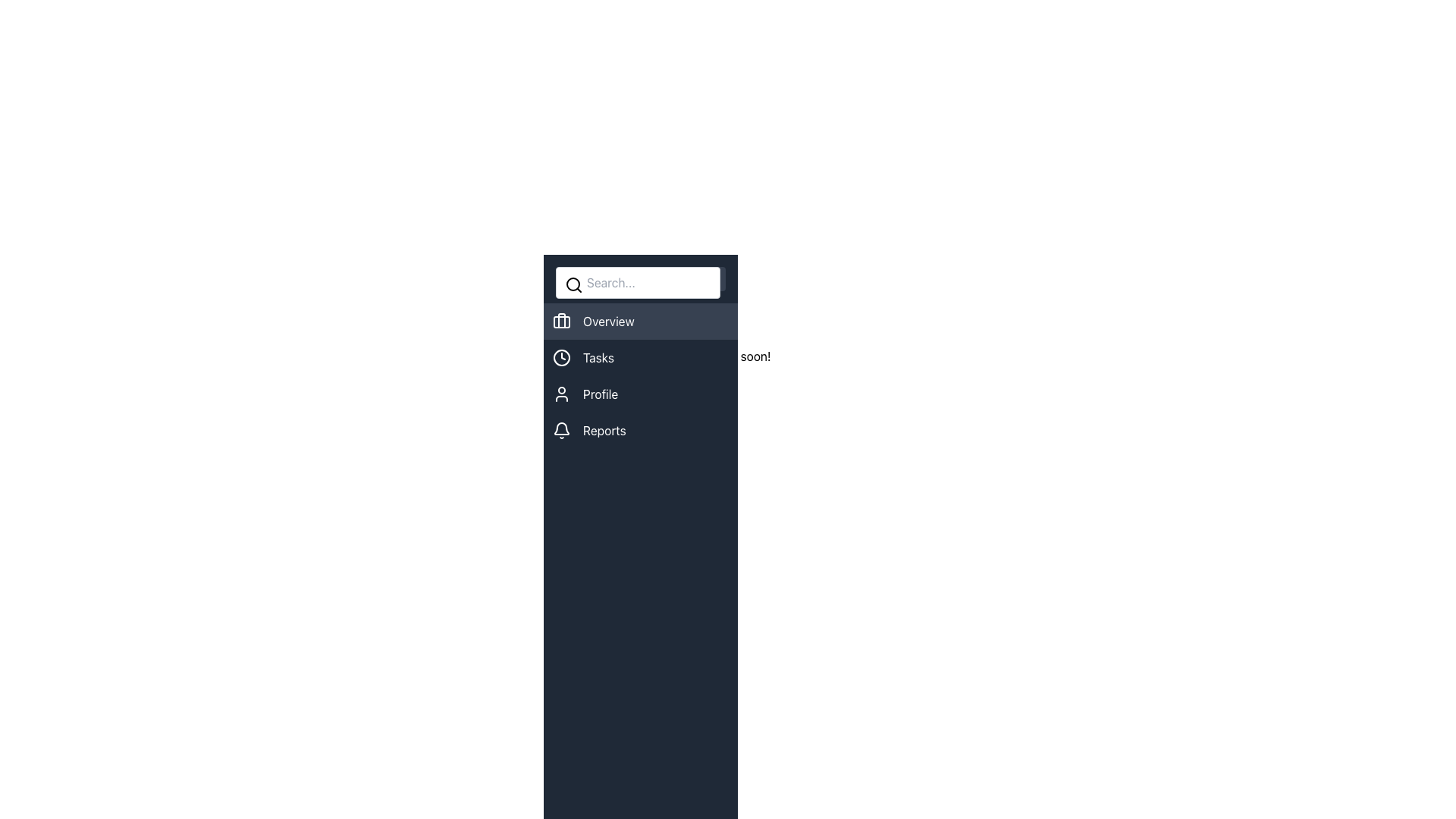 This screenshot has height=819, width=1456. What do you see at coordinates (573, 284) in the screenshot?
I see `the magnifying glass icon located to the left of the 'Search...' text input field at the top of the vertical navigation bar` at bounding box center [573, 284].